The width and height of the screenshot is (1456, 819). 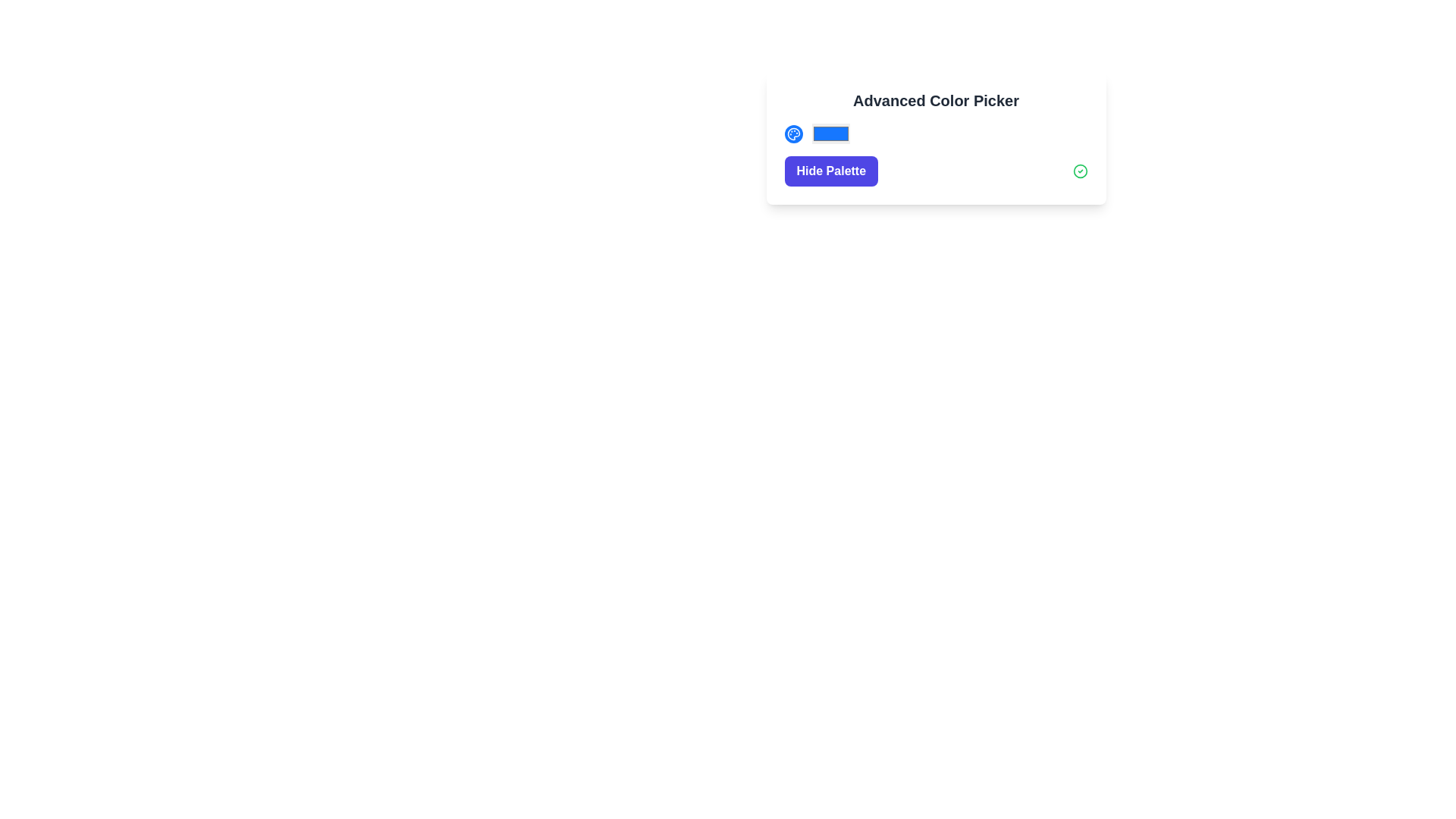 I want to click on the leftmost button that opens a color picker dialog, located at the top-left side of the grouping, adjacent to the color picker input field displaying a blue color preview, so click(x=792, y=133).